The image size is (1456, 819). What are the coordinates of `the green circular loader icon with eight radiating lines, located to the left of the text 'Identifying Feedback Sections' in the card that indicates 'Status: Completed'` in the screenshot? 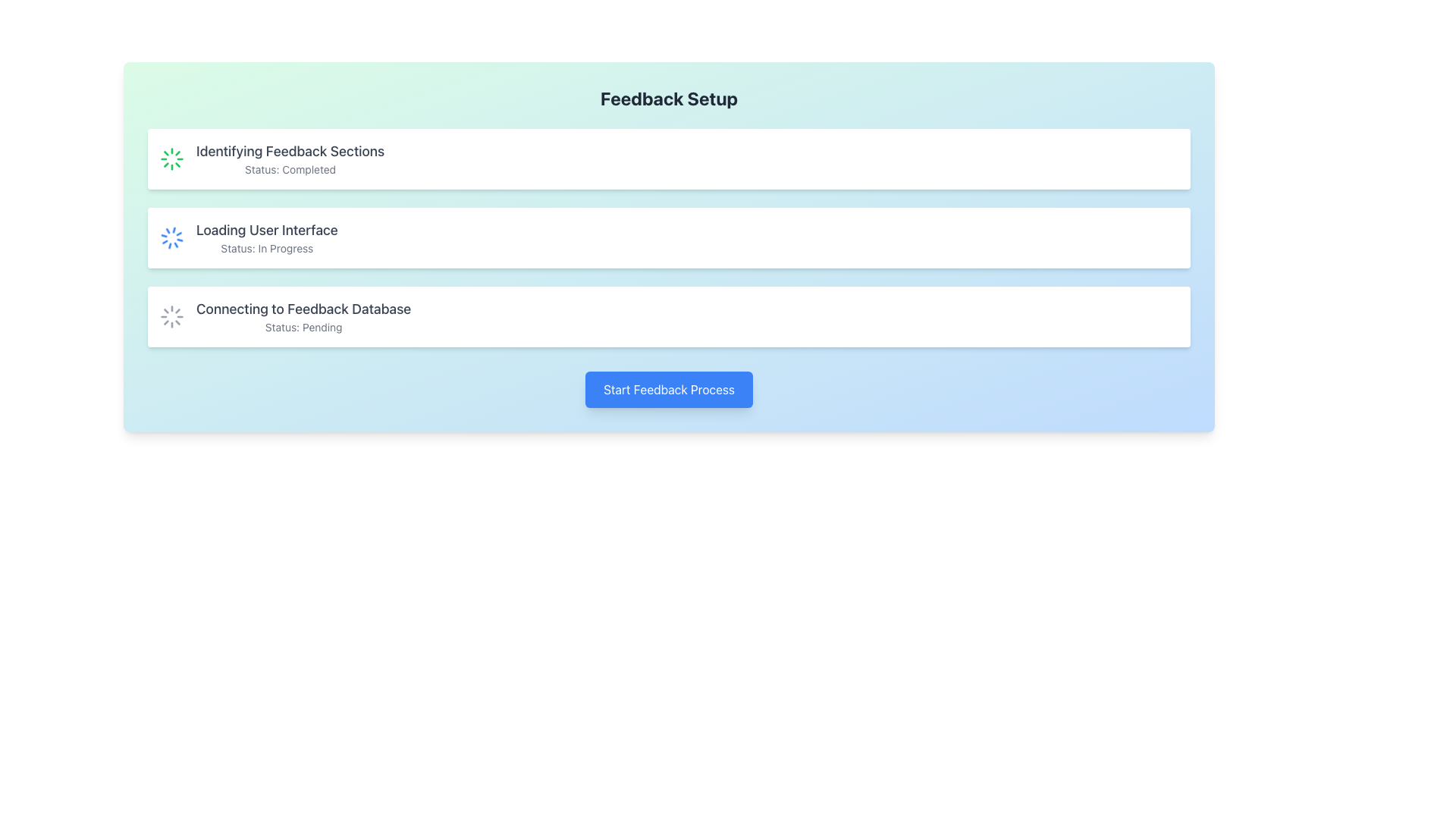 It's located at (171, 158).